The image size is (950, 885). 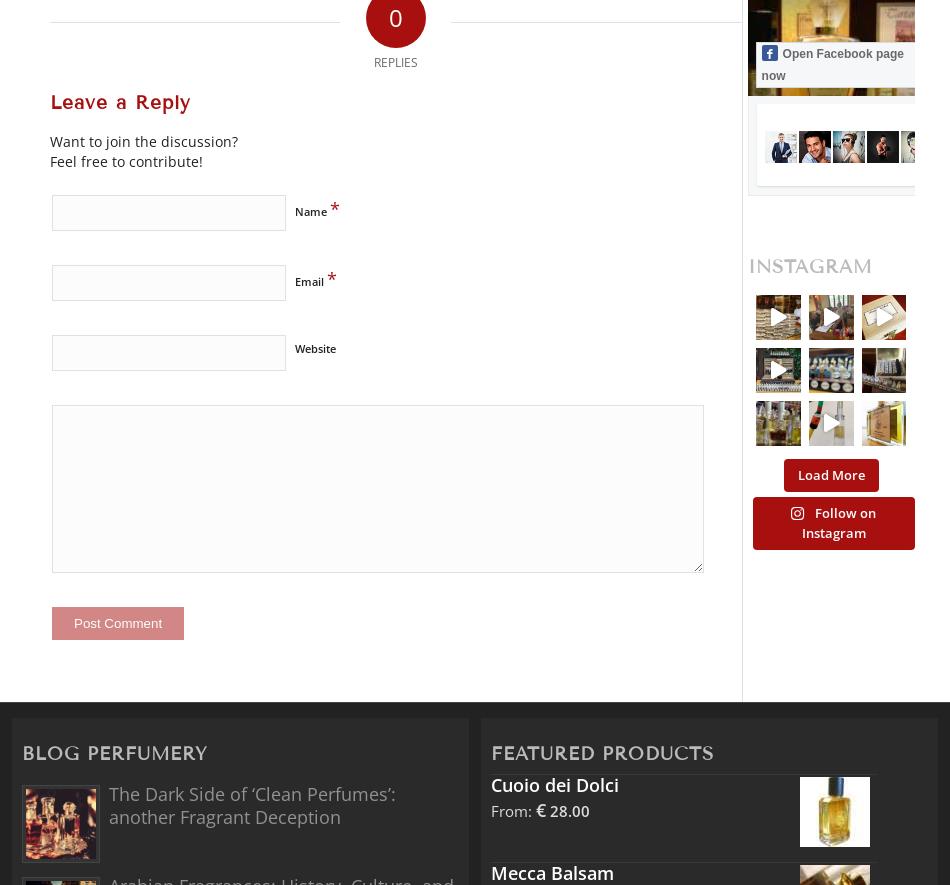 I want to click on 'The Dark Side of ‘Clean Perfumes’: another Fragrant Deception', so click(x=251, y=805).